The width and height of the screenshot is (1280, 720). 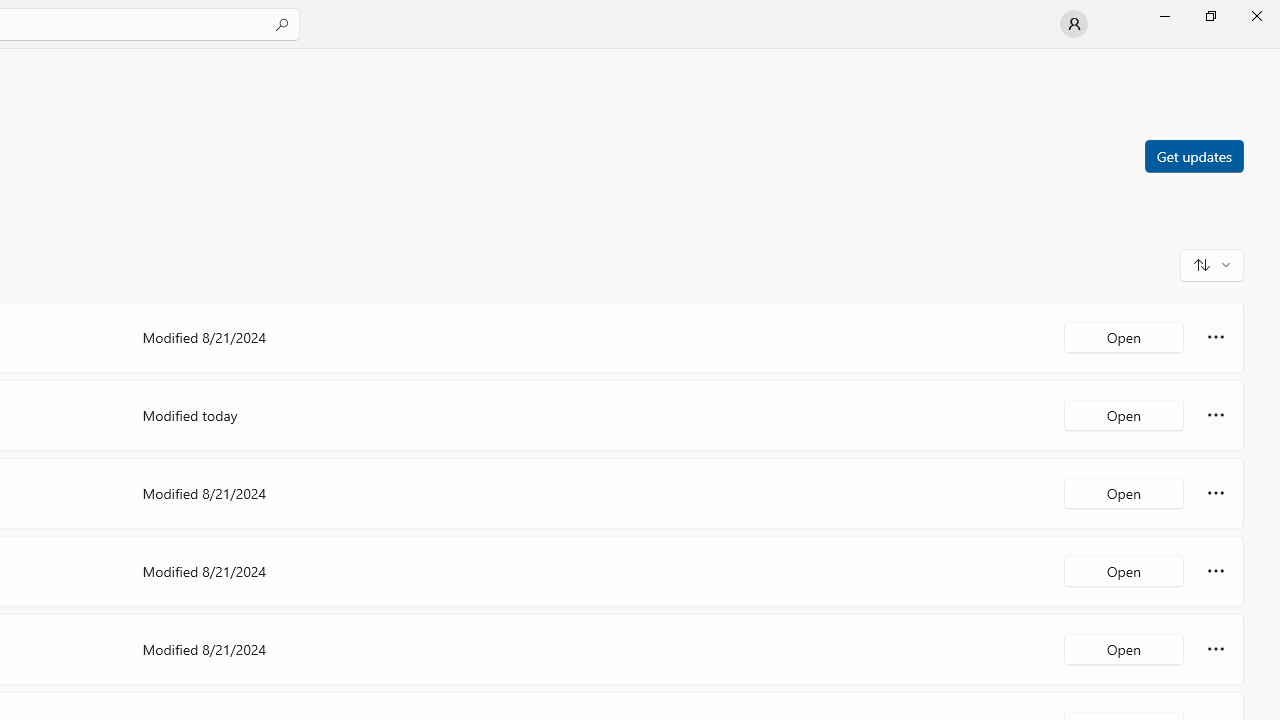 I want to click on 'Minimize Microsoft Store', so click(x=1164, y=15).